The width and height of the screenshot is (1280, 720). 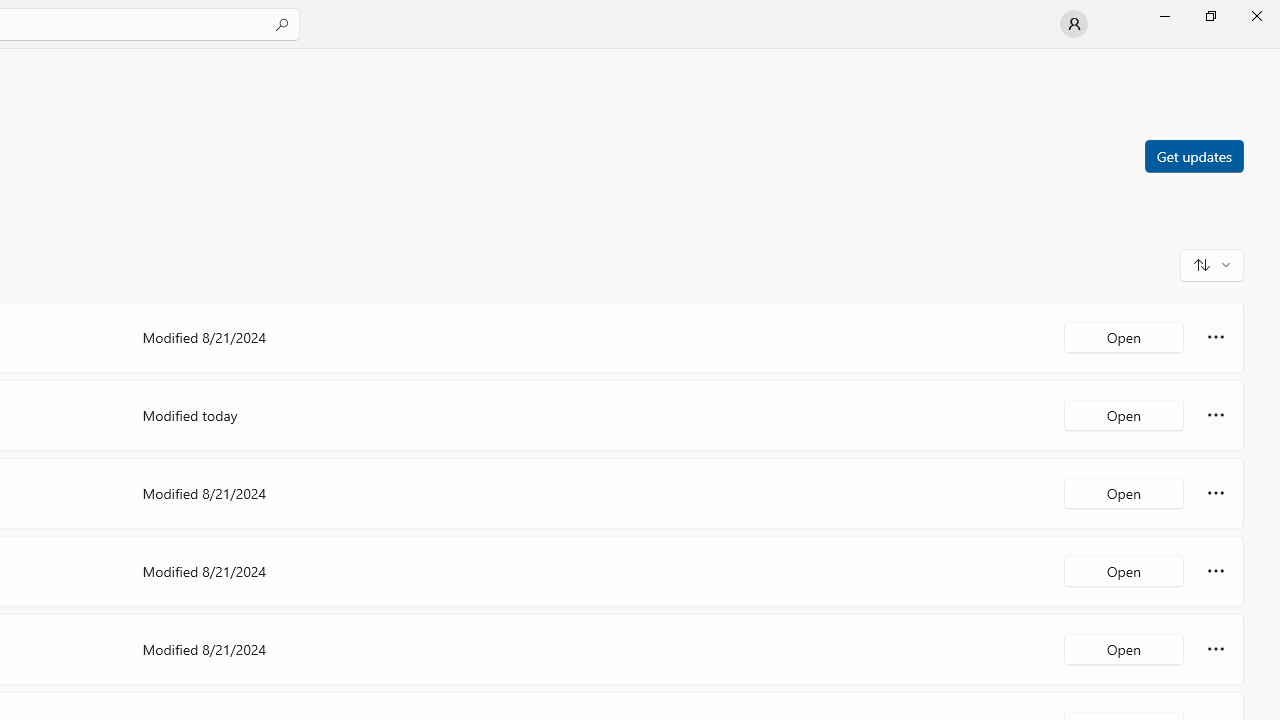 I want to click on 'Minimize Microsoft Store', so click(x=1164, y=15).